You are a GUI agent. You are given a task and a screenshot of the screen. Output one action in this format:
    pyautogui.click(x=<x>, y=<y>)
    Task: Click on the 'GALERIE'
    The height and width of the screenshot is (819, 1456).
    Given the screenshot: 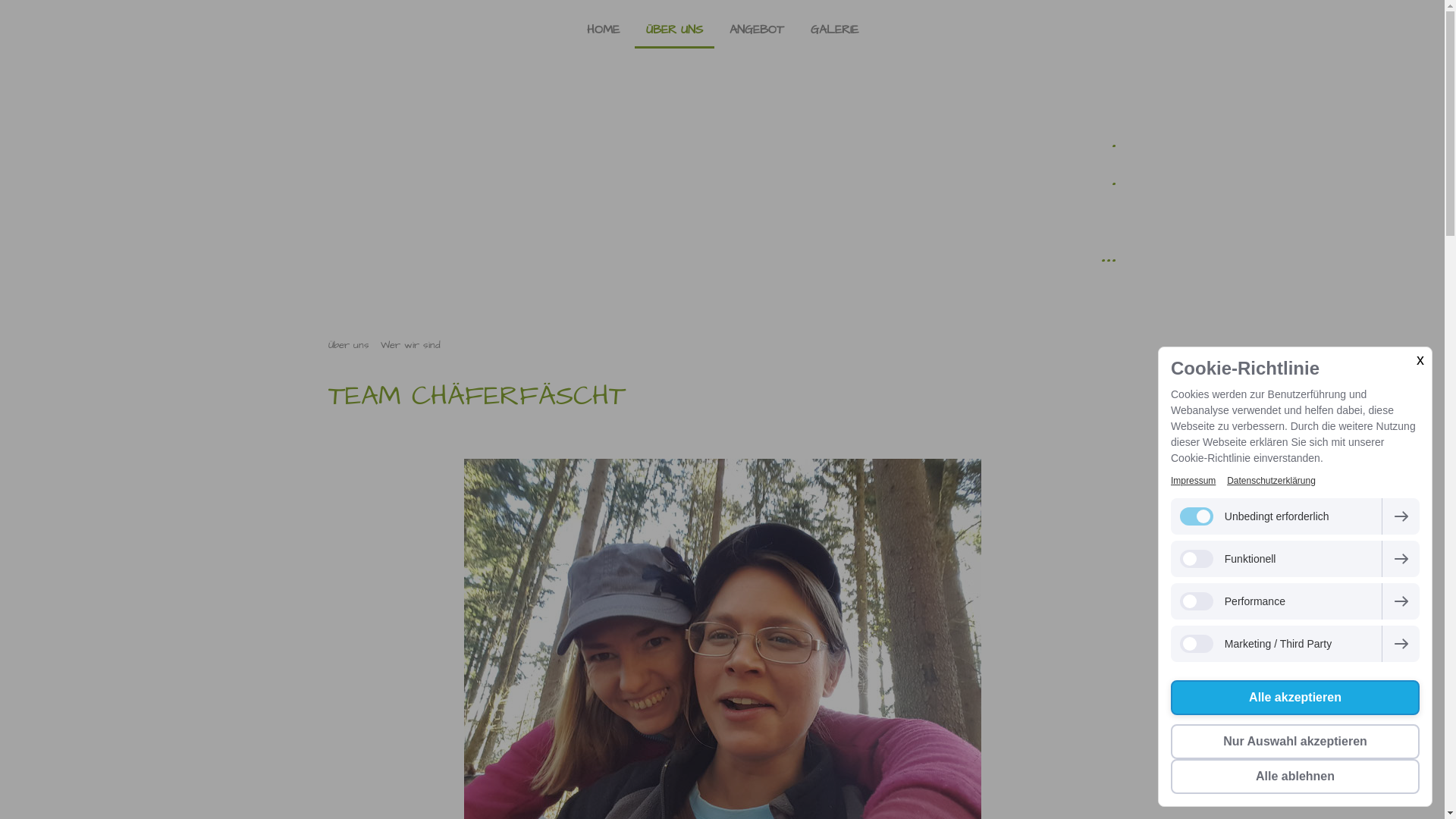 What is the action you would take?
    pyautogui.click(x=833, y=30)
    